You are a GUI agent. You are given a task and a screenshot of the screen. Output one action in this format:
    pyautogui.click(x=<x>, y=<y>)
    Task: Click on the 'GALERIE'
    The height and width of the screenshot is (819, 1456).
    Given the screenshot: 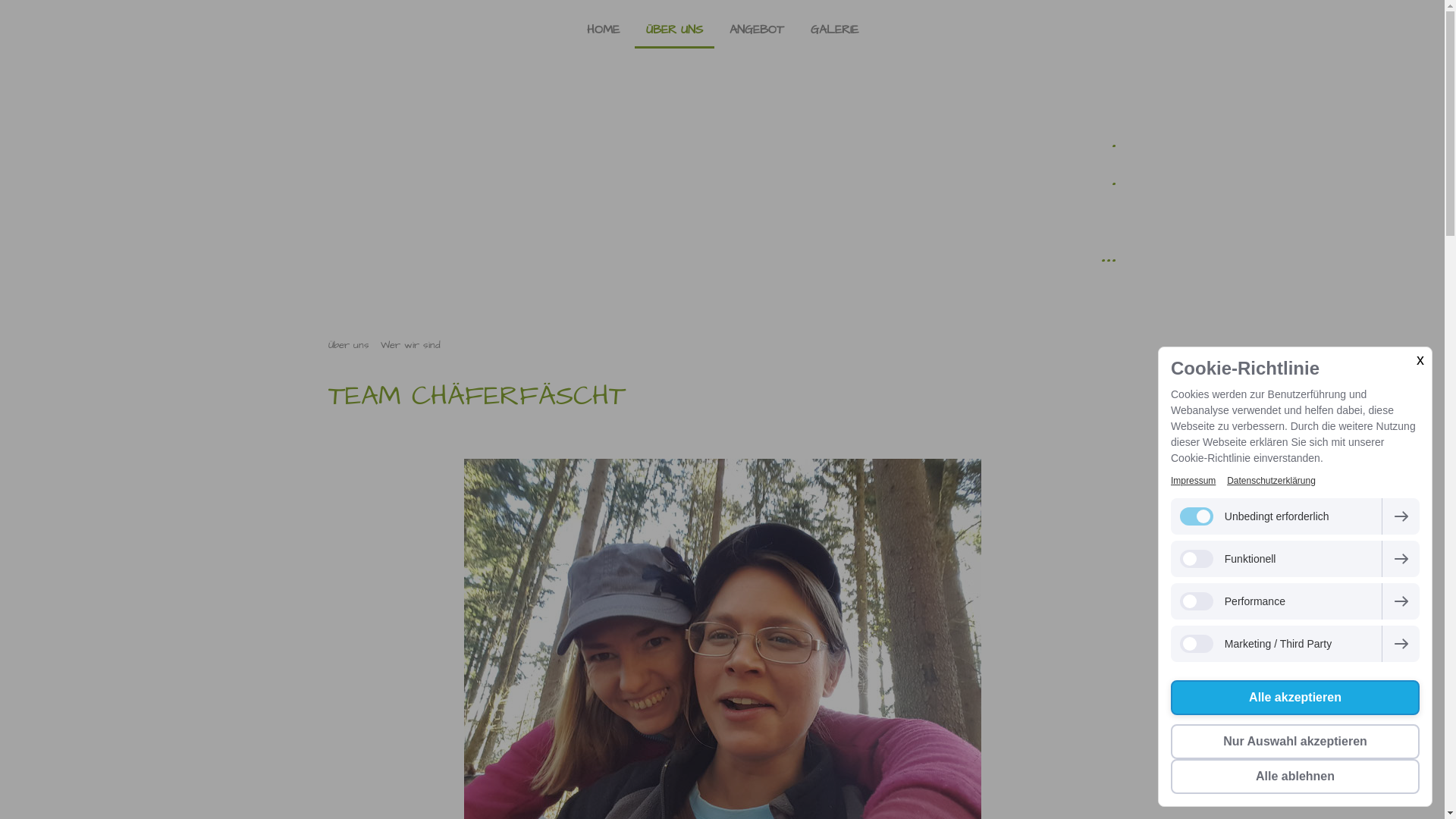 What is the action you would take?
    pyautogui.click(x=833, y=30)
    